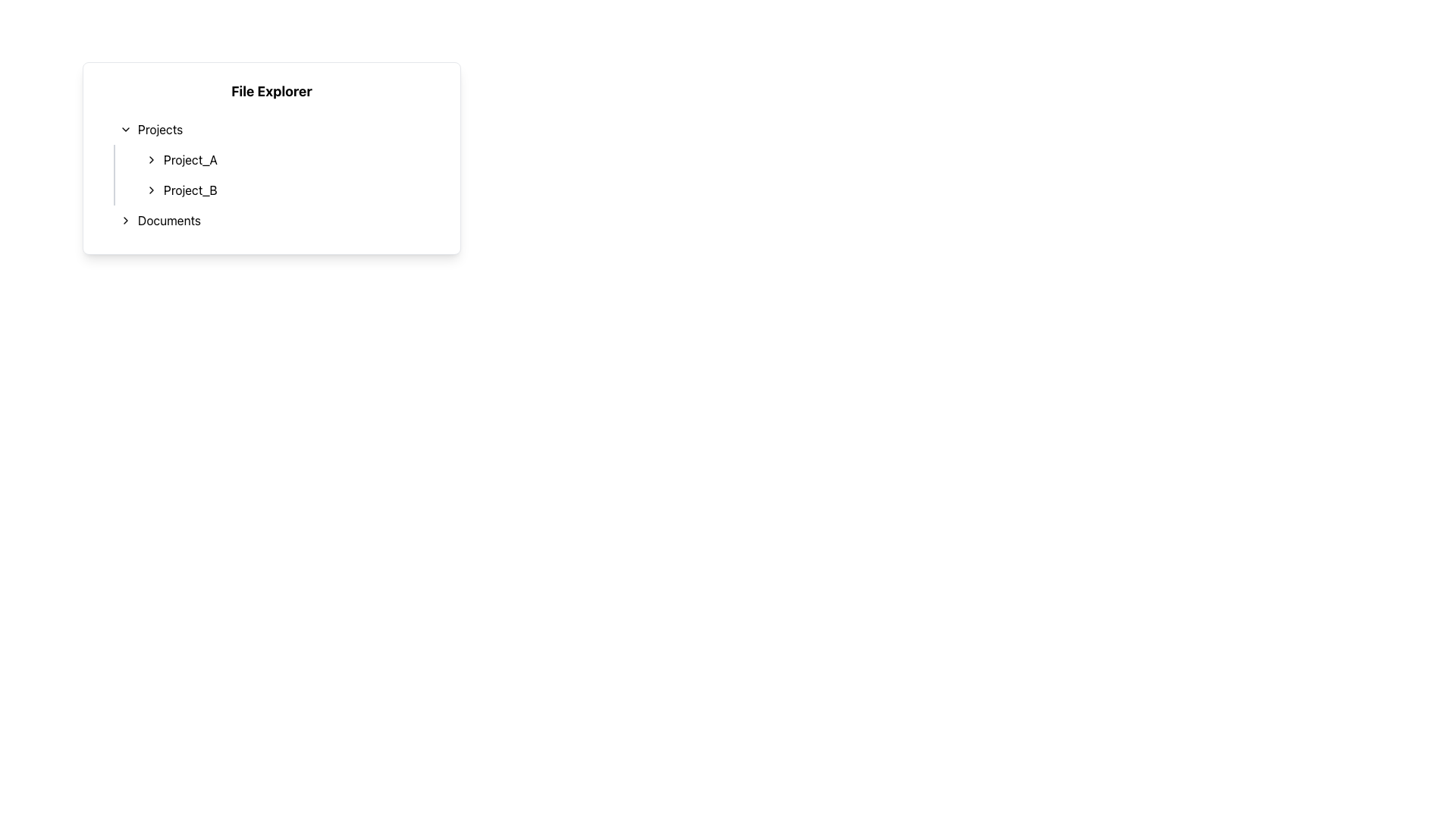 The width and height of the screenshot is (1456, 819). What do you see at coordinates (278, 174) in the screenshot?
I see `the listed project in the vertical list under the 'Projects' section of the file explorer interface` at bounding box center [278, 174].